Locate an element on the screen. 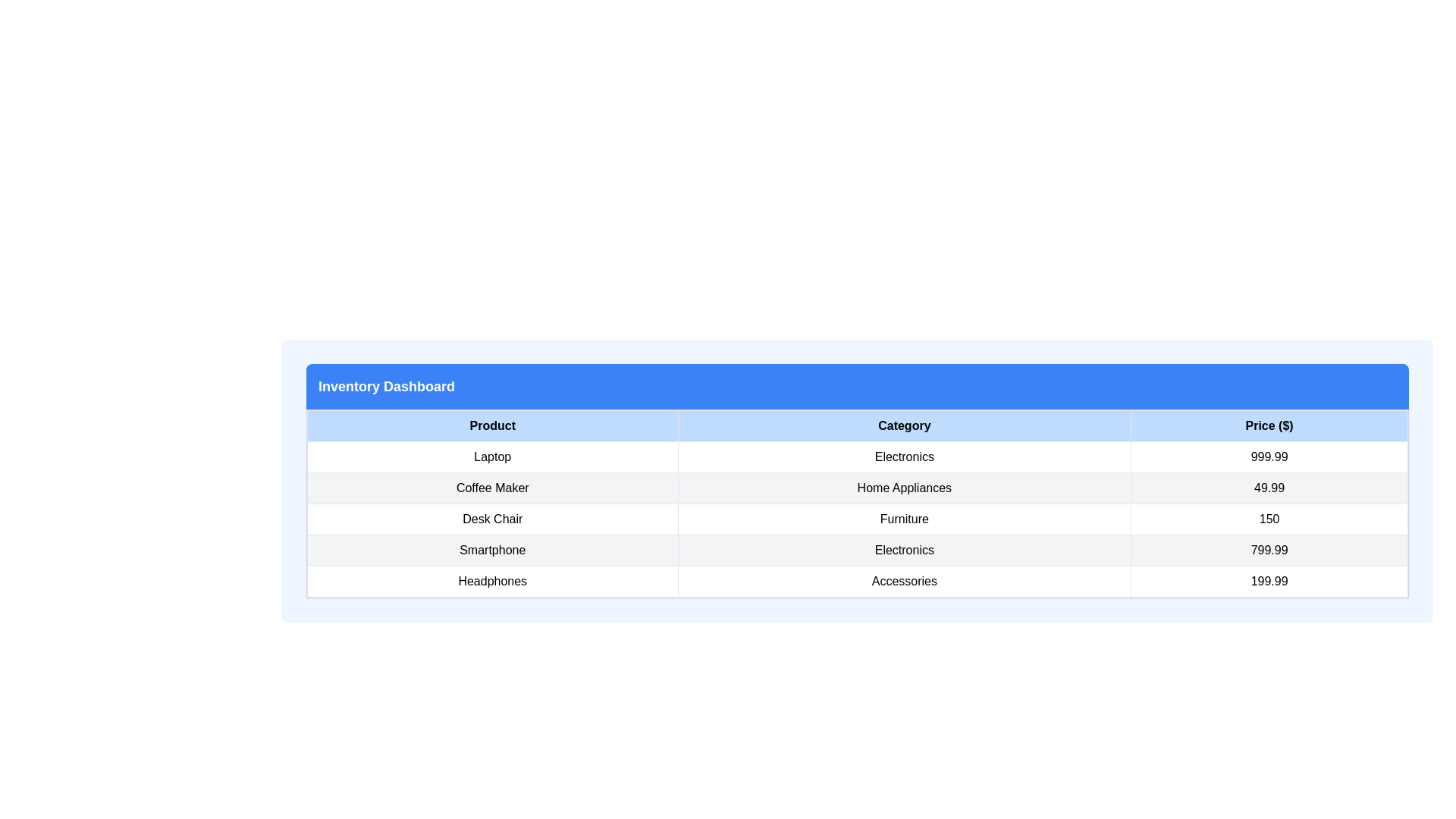 The width and height of the screenshot is (1456, 819). static text label displaying 'Inventory Dashboard' which is located in the blue header bar at the top of the interface is located at coordinates (386, 385).